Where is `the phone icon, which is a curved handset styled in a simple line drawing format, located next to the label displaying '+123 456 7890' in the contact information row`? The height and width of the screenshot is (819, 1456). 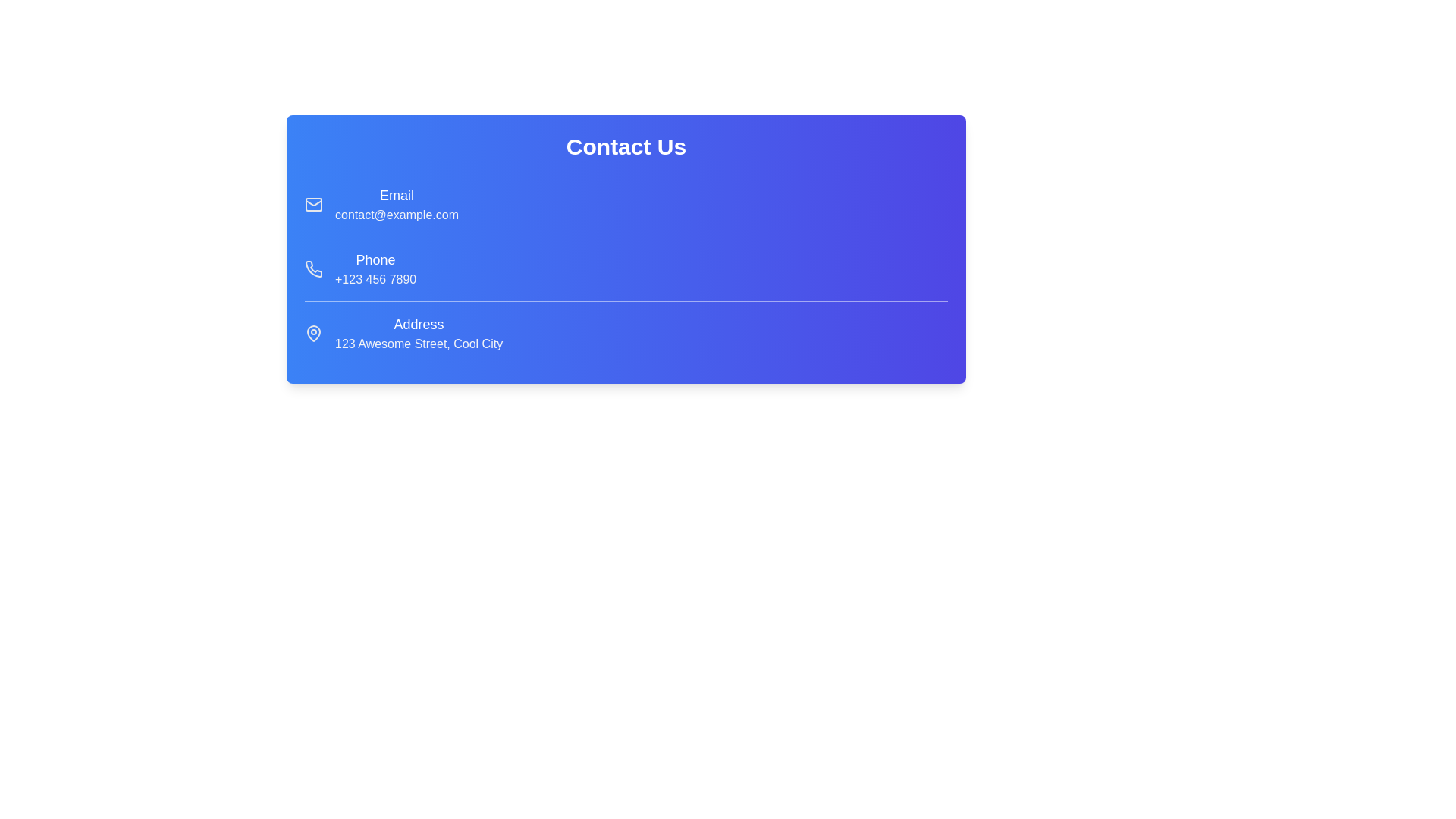
the phone icon, which is a curved handset styled in a simple line drawing format, located next to the label displaying '+123 456 7890' in the contact information row is located at coordinates (313, 268).